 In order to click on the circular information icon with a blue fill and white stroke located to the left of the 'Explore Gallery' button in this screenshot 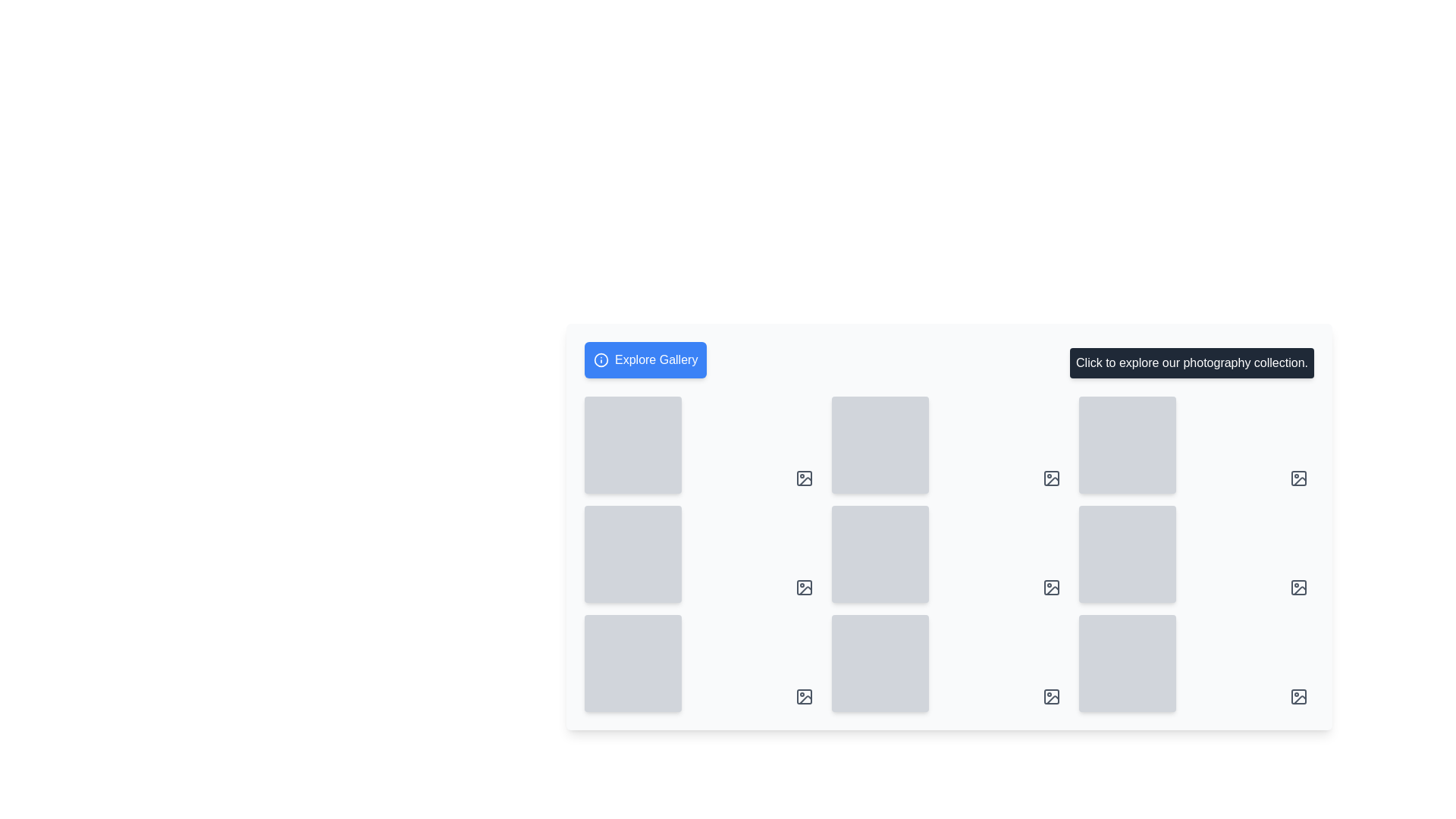, I will do `click(600, 359)`.